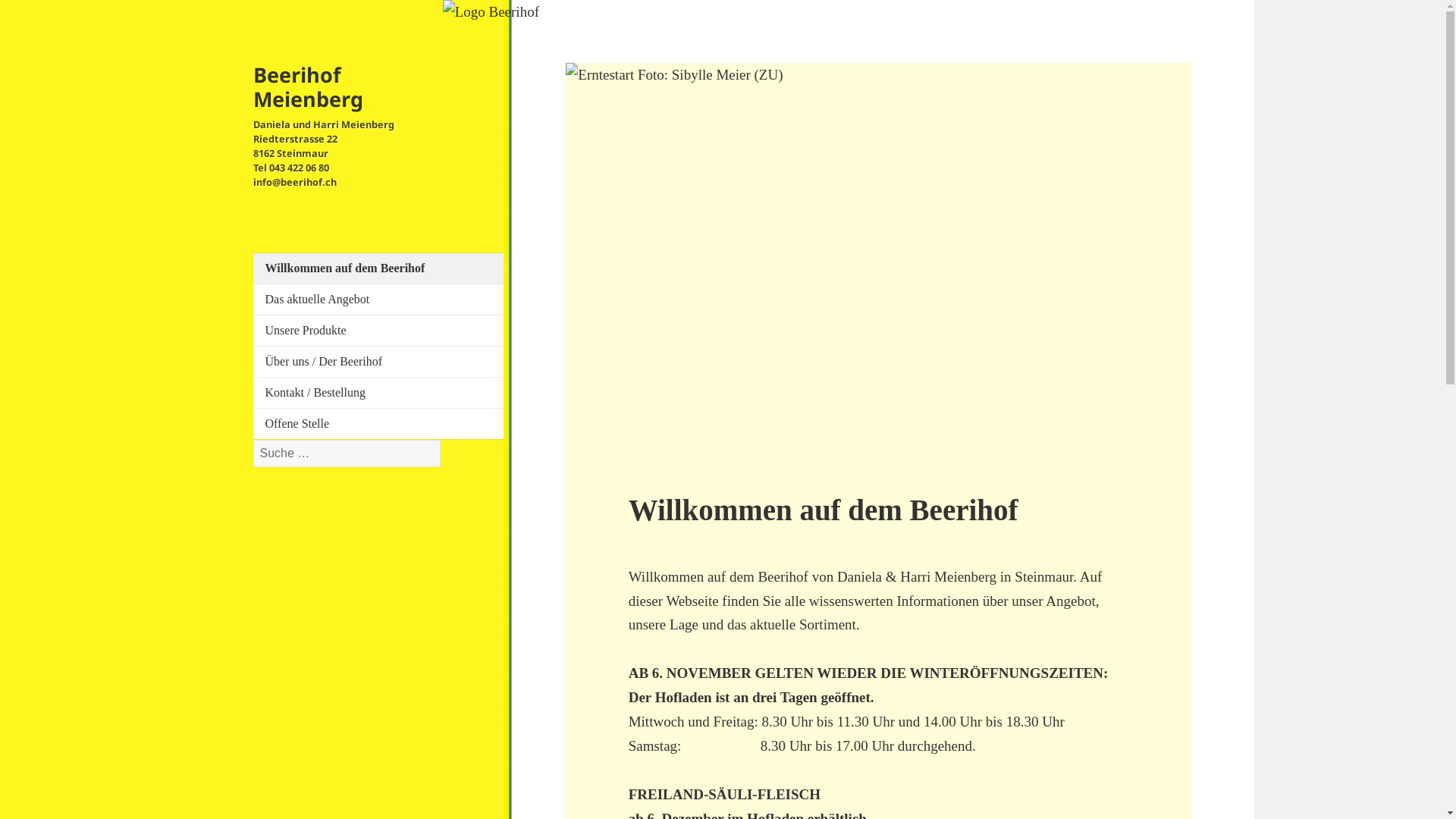 The height and width of the screenshot is (819, 1456). I want to click on 'info@beerihof.ch', so click(294, 180).